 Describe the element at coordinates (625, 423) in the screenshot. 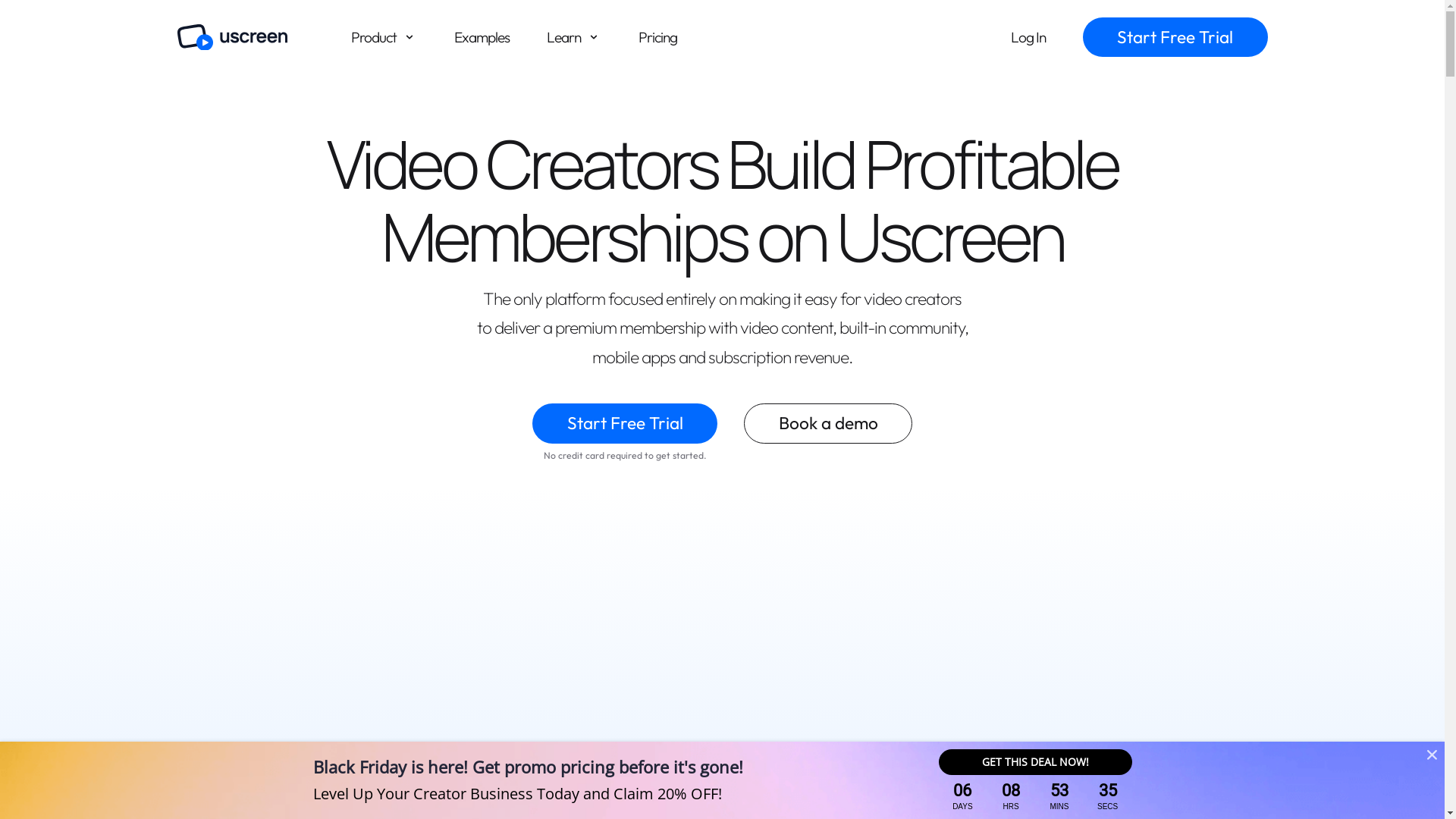

I see `'Start Free Trial'` at that location.